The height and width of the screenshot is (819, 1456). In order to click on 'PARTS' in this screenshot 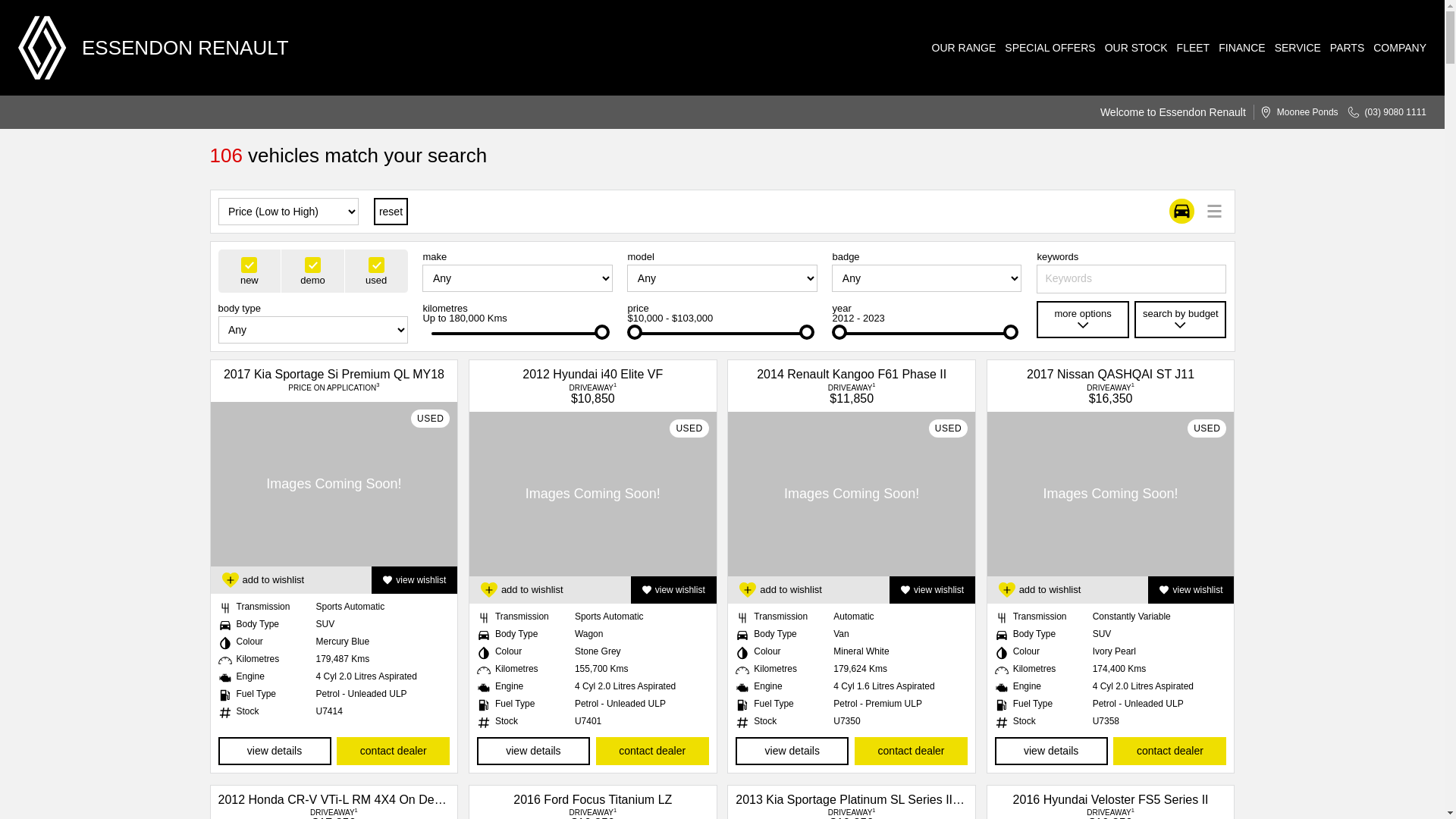, I will do `click(1342, 46)`.